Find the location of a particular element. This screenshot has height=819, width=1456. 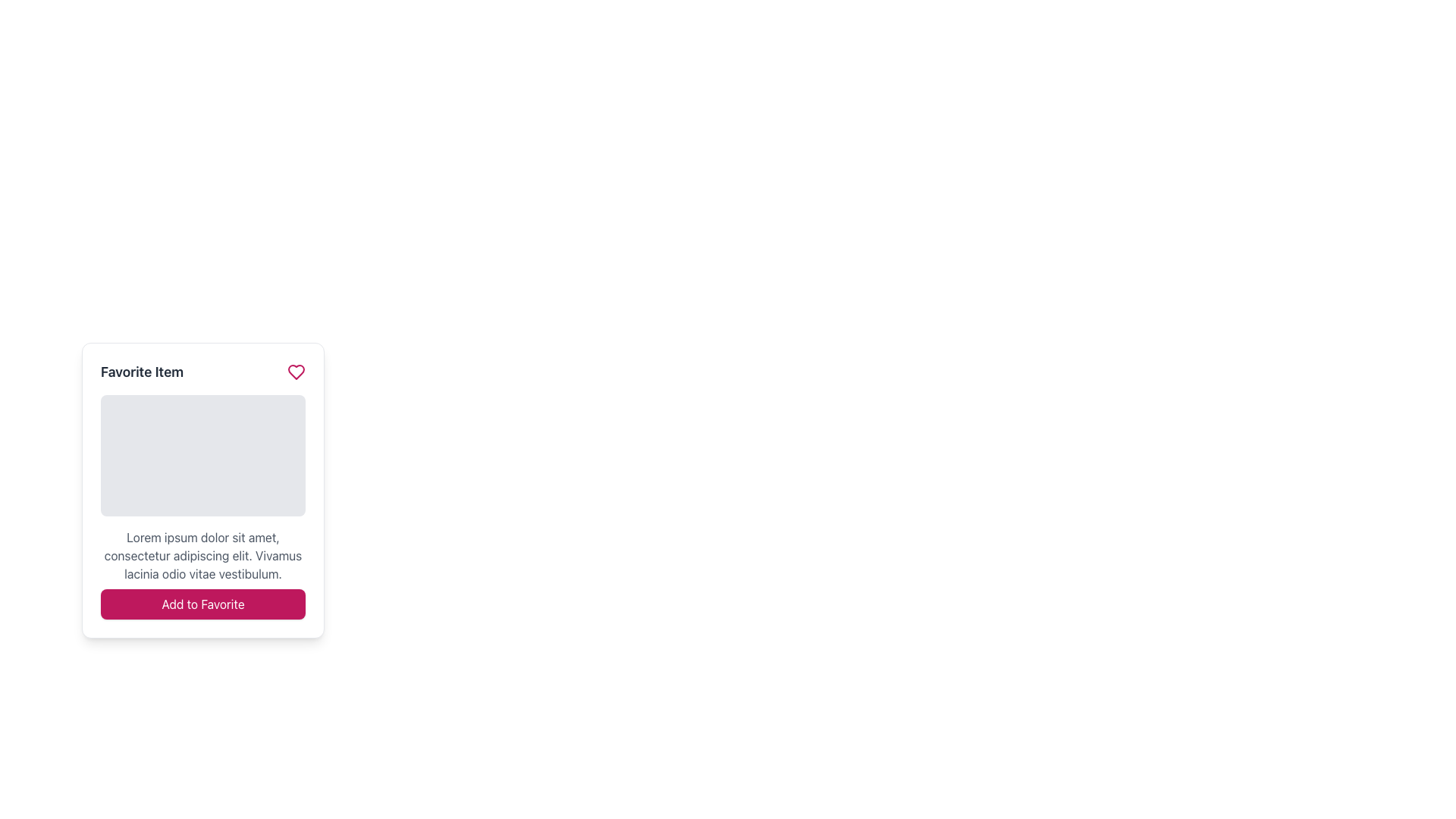

the heart icon button representing the 'favorite' functionality, located to the right of the 'Favorite Item' heading is located at coordinates (296, 372).